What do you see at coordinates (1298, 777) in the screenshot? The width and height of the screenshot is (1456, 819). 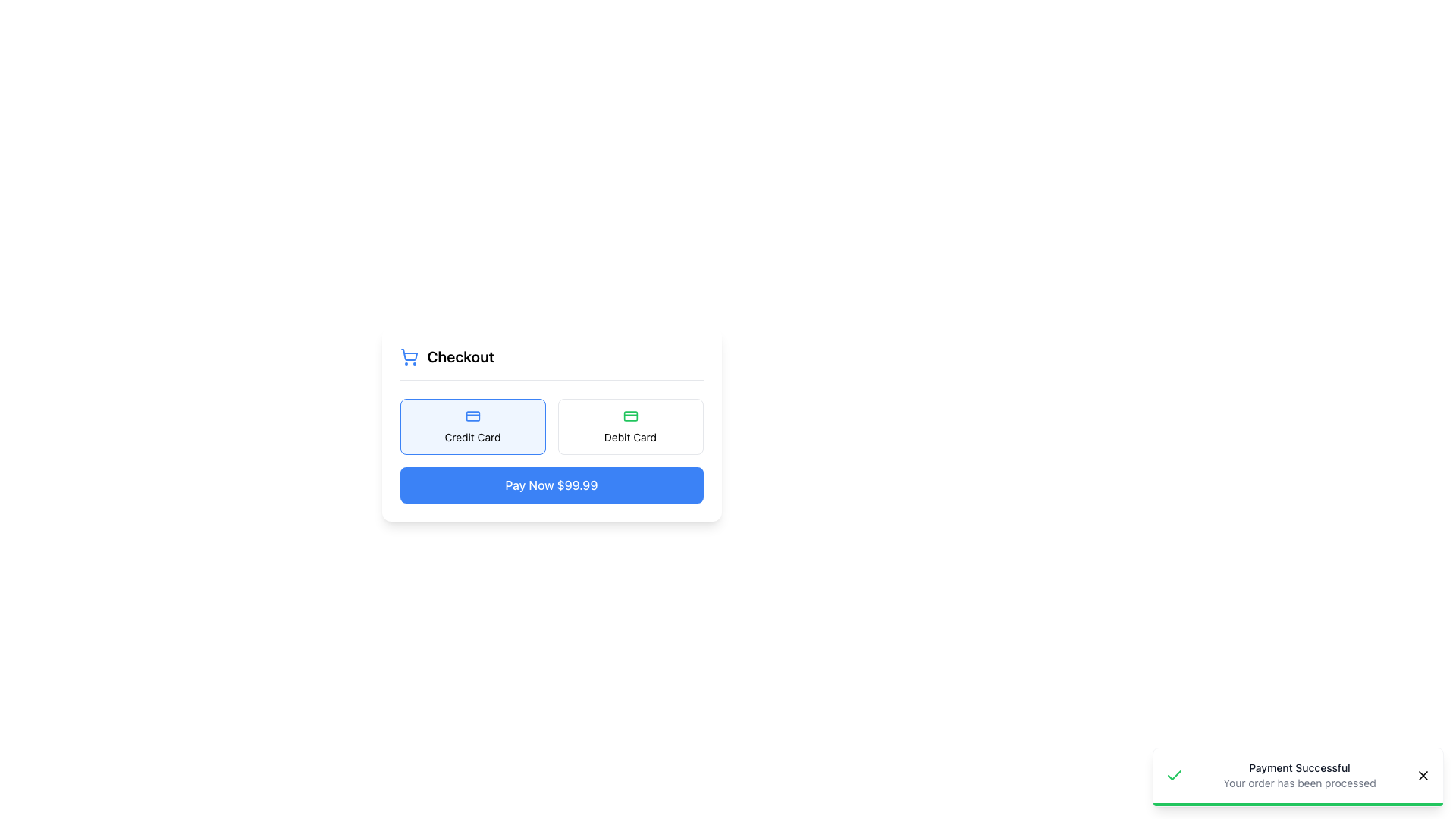 I see `displayed text from the notification box that says 'Payment Successful' and 'Your order has been processed.'` at bounding box center [1298, 777].